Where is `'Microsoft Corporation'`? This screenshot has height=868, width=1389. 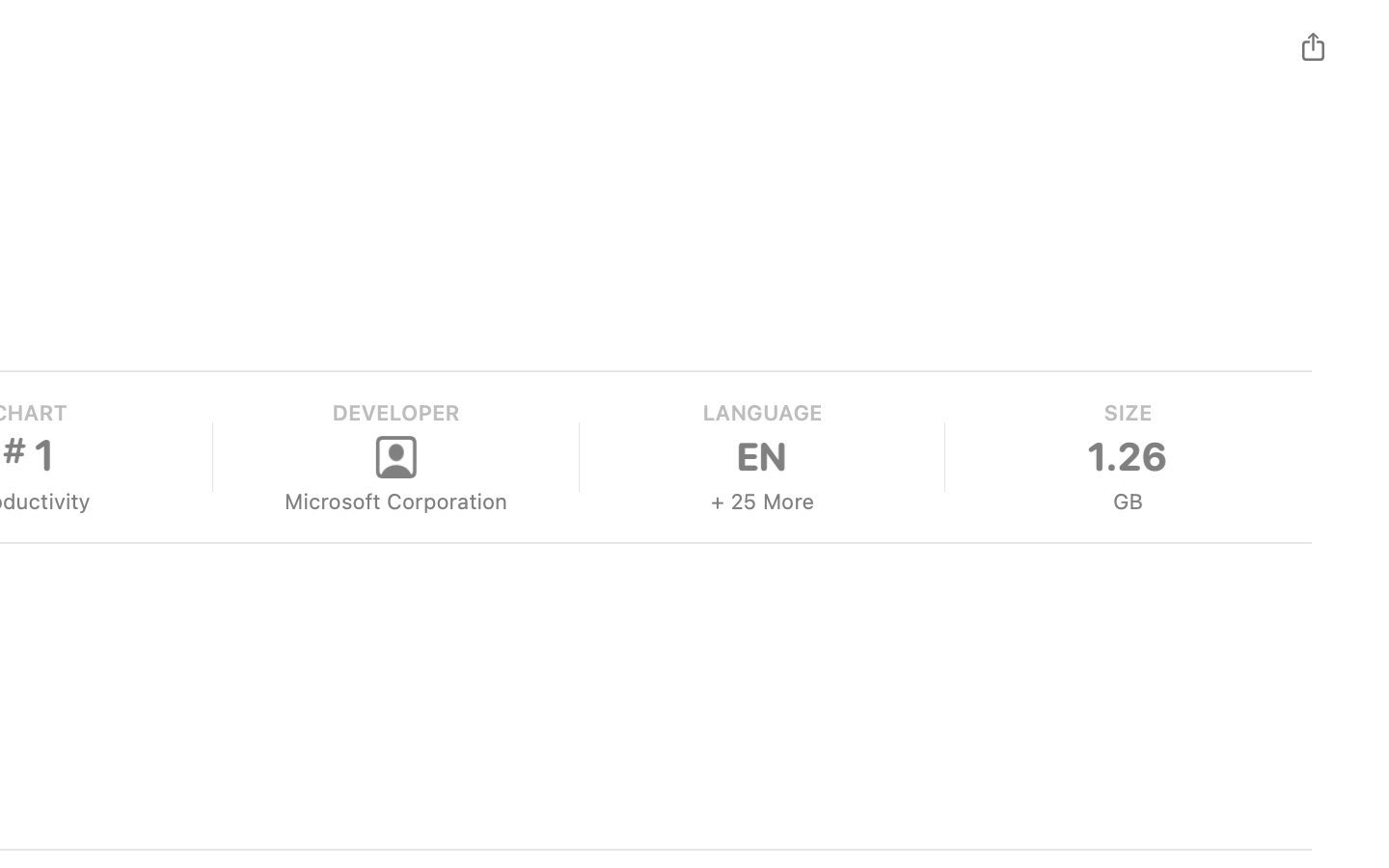 'Microsoft Corporation' is located at coordinates (393, 501).